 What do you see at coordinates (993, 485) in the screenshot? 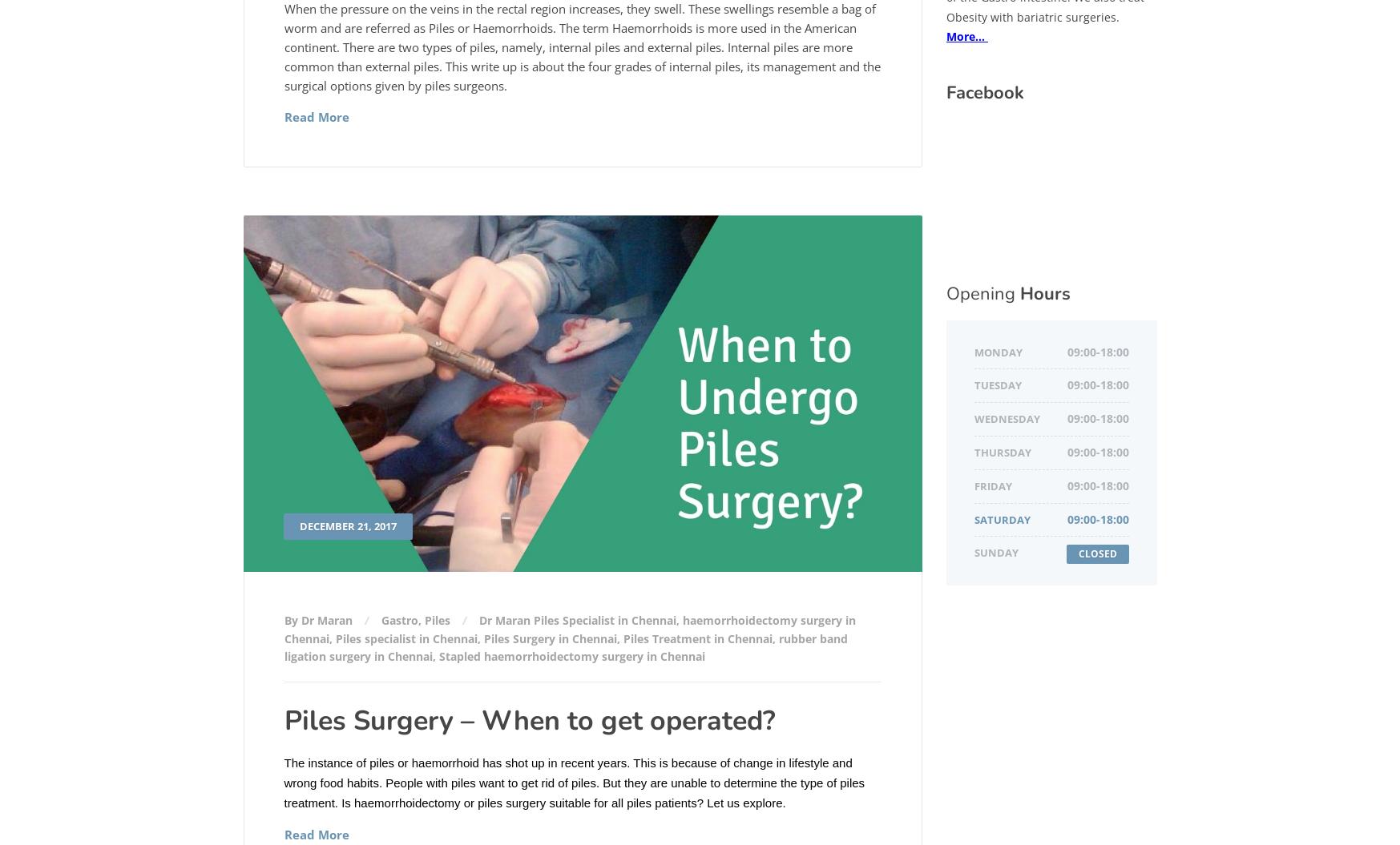
I see `'Friday'` at bounding box center [993, 485].